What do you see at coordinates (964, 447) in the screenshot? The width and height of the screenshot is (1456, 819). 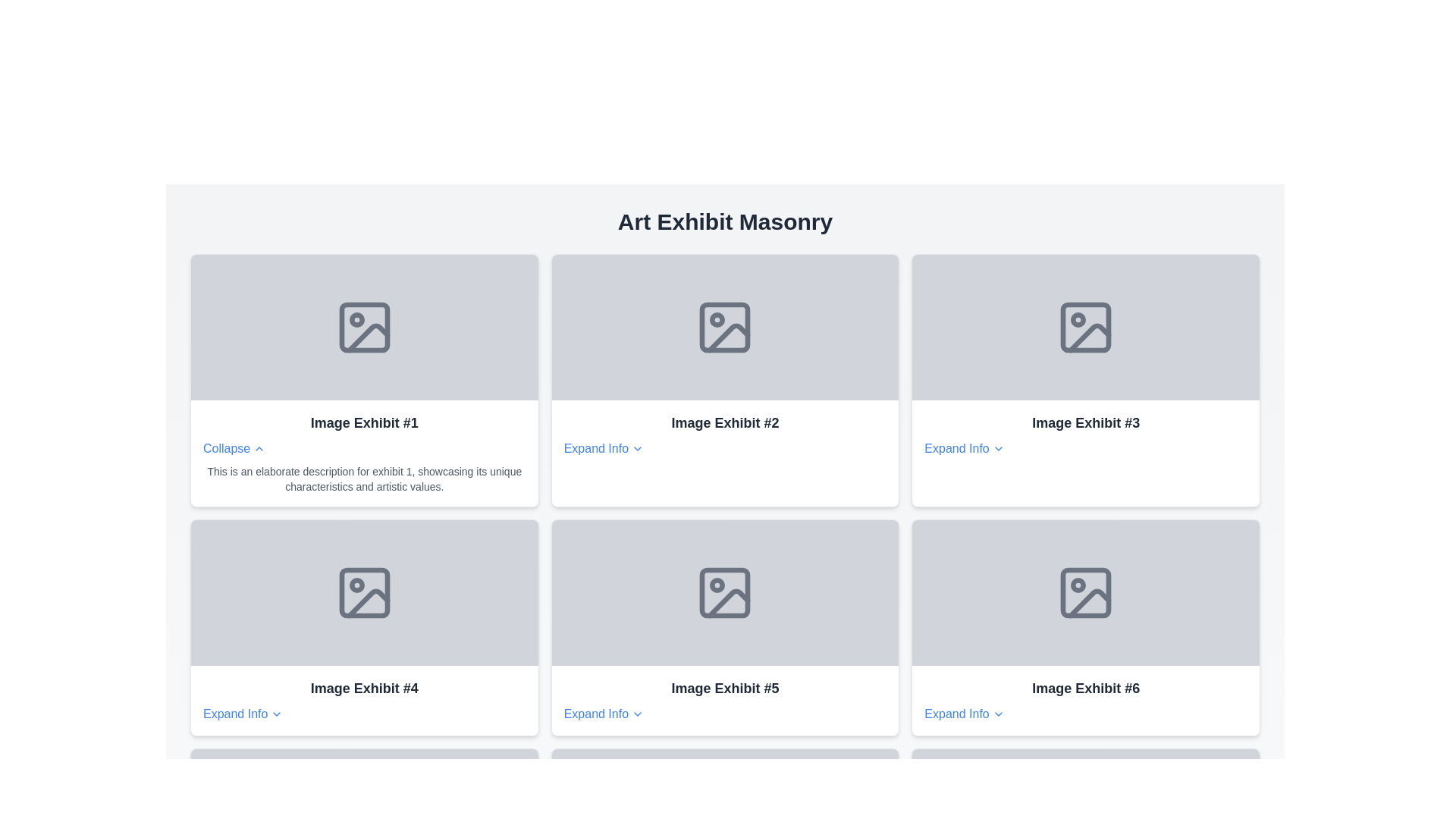 I see `the interactive label with icon located below the 'Image Exhibit #3' label` at bounding box center [964, 447].